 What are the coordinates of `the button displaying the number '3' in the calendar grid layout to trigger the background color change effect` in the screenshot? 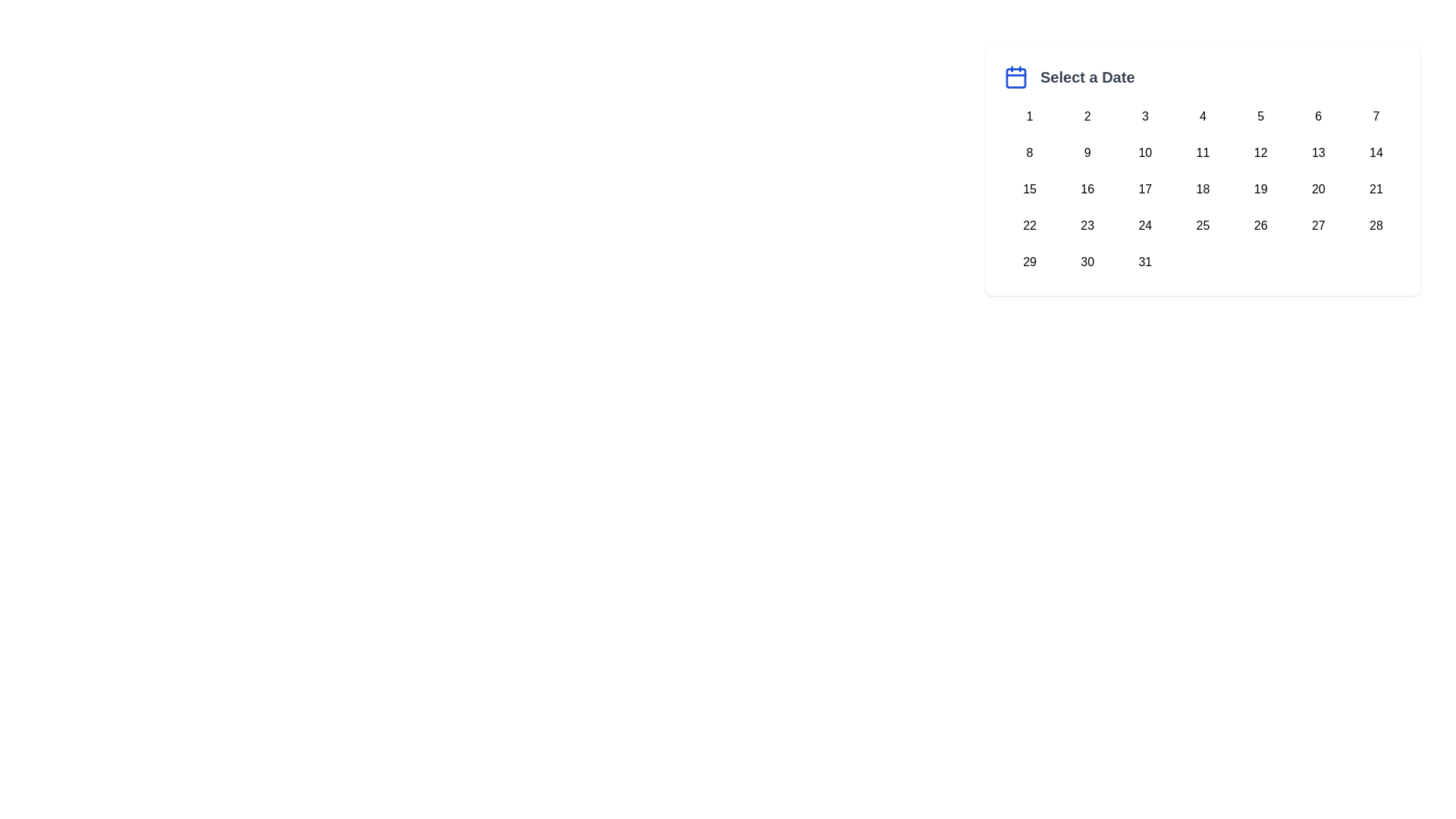 It's located at (1145, 116).